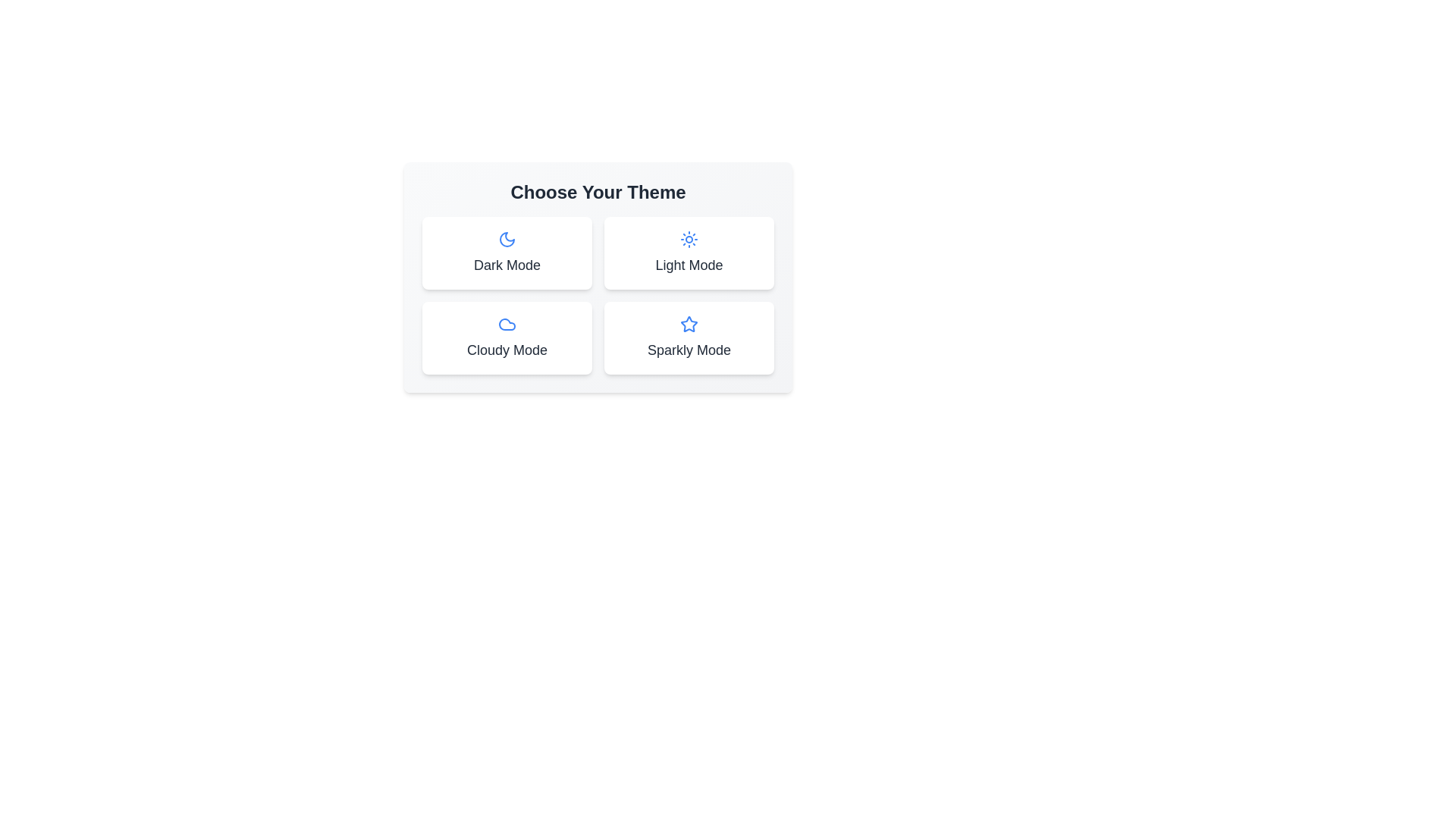 The height and width of the screenshot is (819, 1456). Describe the element at coordinates (507, 239) in the screenshot. I see `the 'Dark Mode' icon located at the top of the theme selection grid` at that location.